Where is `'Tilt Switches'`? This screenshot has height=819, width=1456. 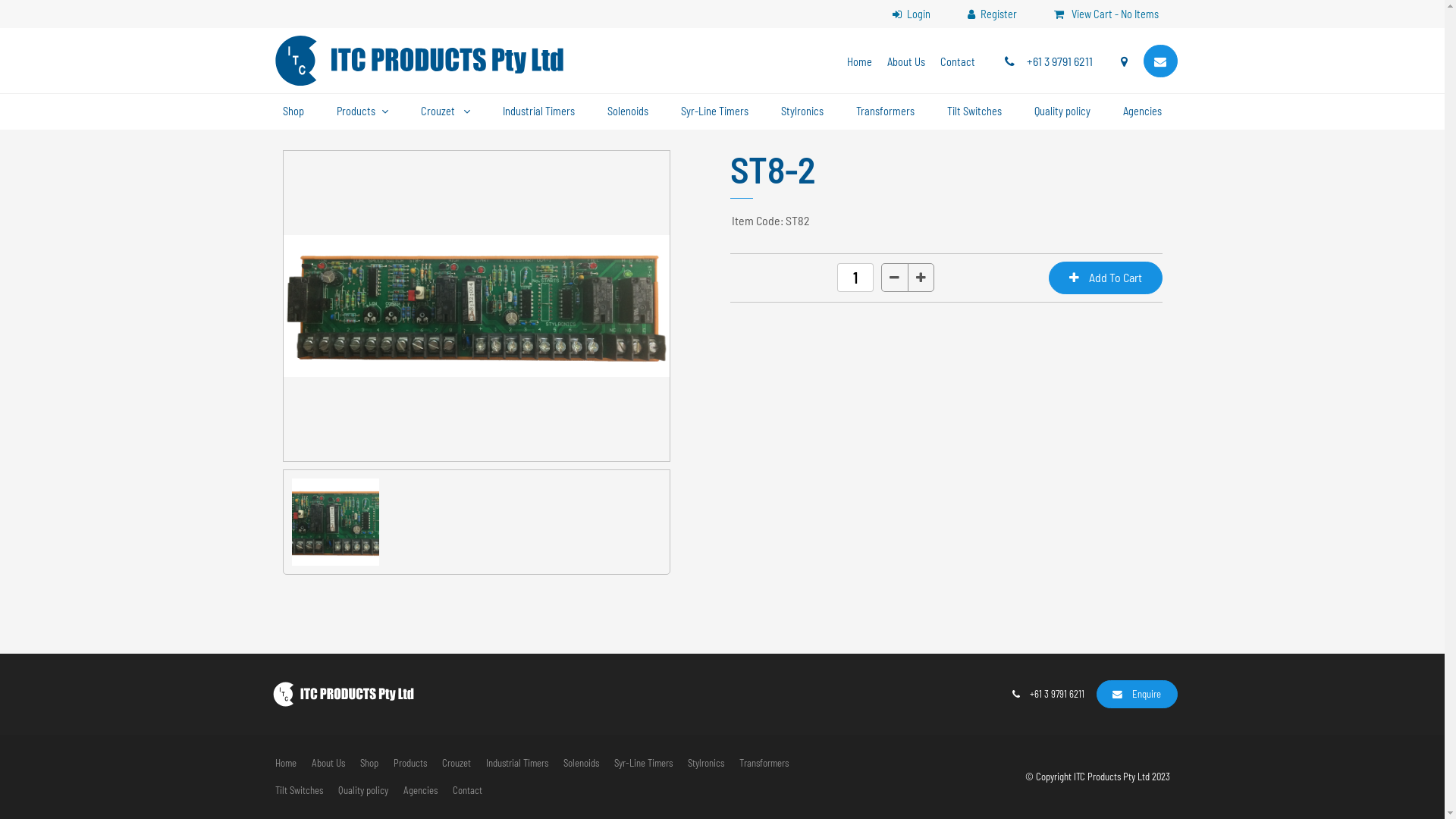
'Tilt Switches' is located at coordinates (298, 789).